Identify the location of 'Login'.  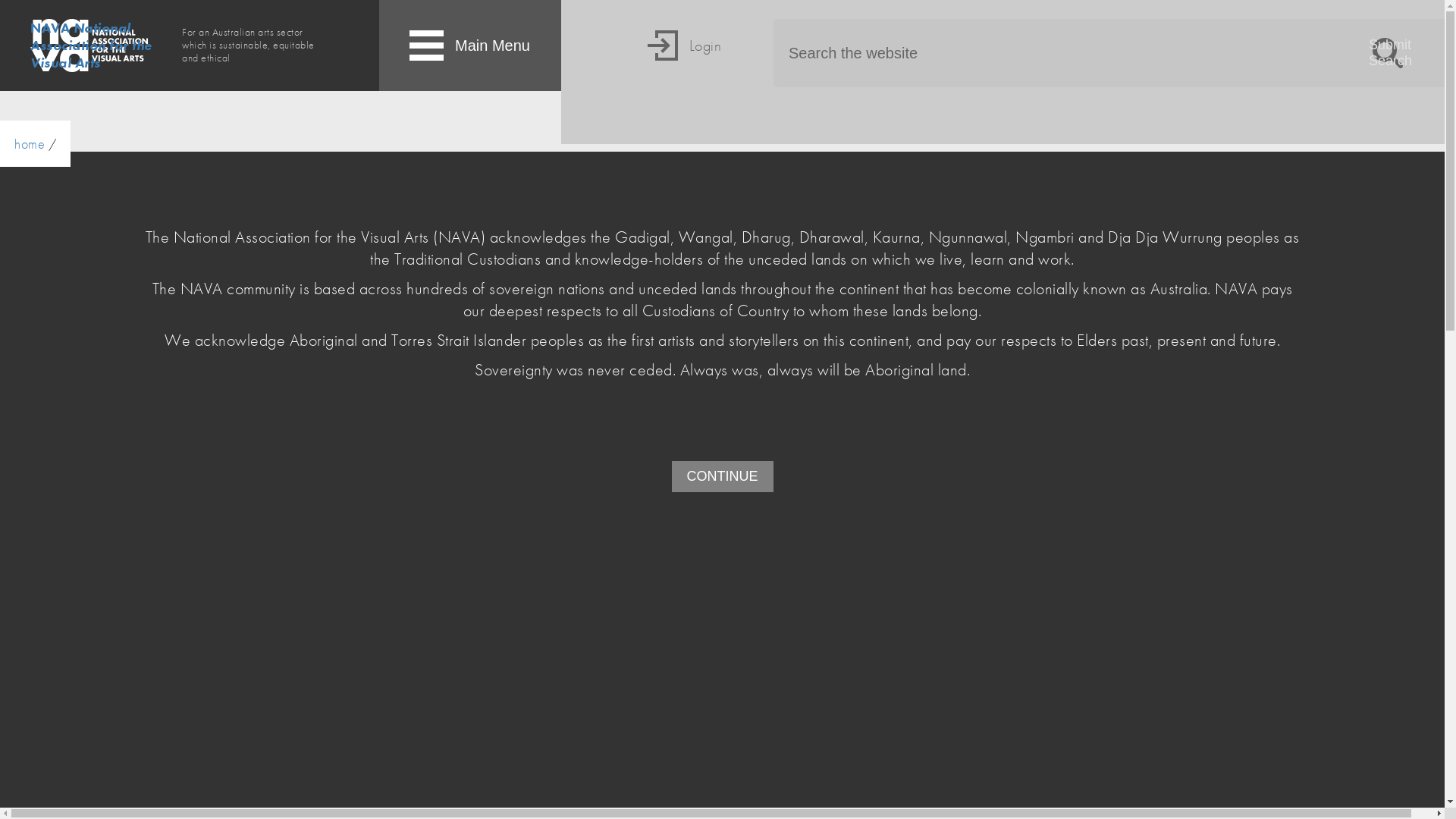
(682, 72).